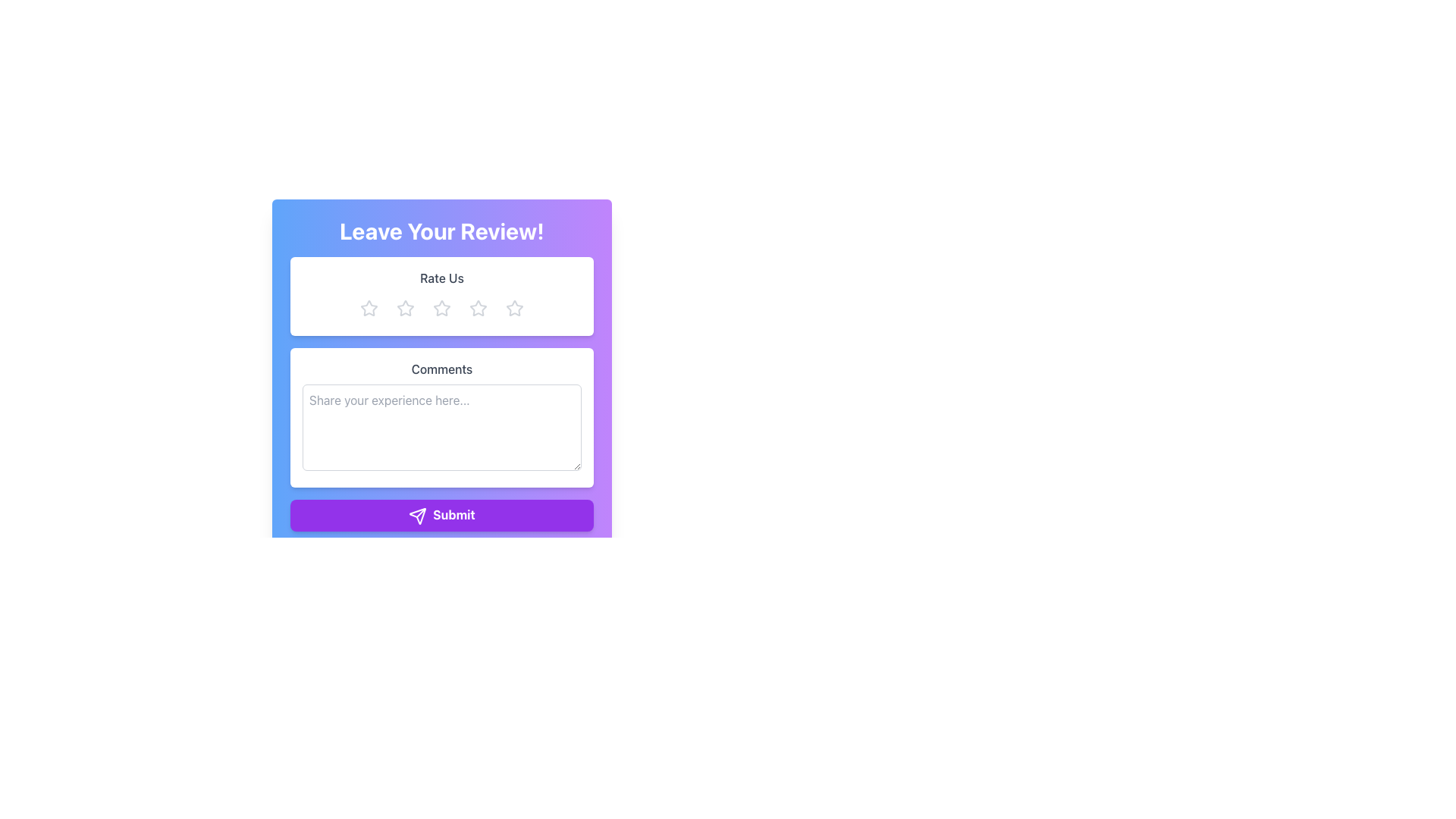 The width and height of the screenshot is (1456, 819). I want to click on the first hollow star icon in the 'Rate Us' section, so click(405, 307).